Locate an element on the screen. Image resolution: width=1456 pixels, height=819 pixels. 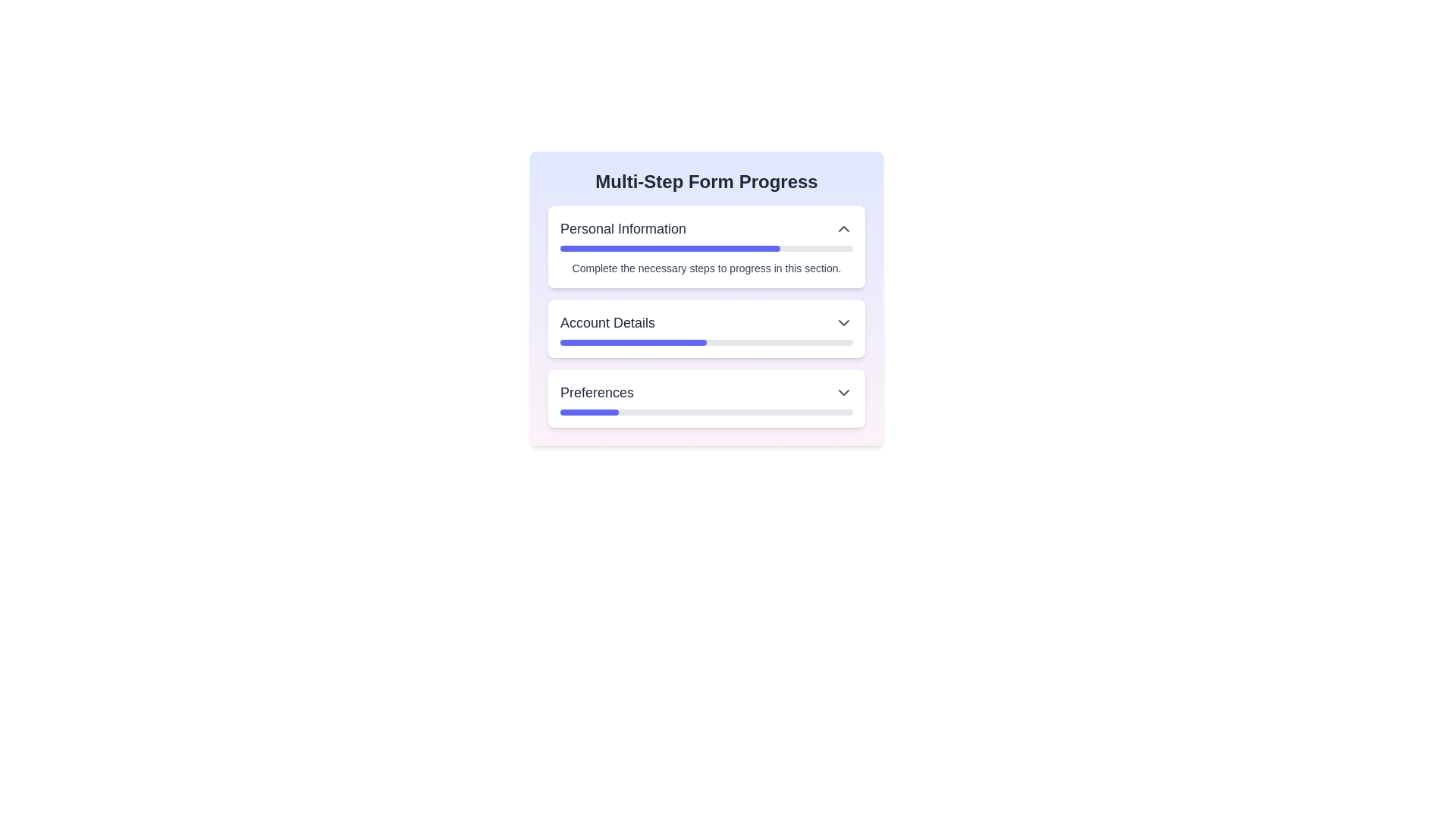
the dropdown toggle button on the right side of the 'Preferences' section is located at coordinates (843, 391).